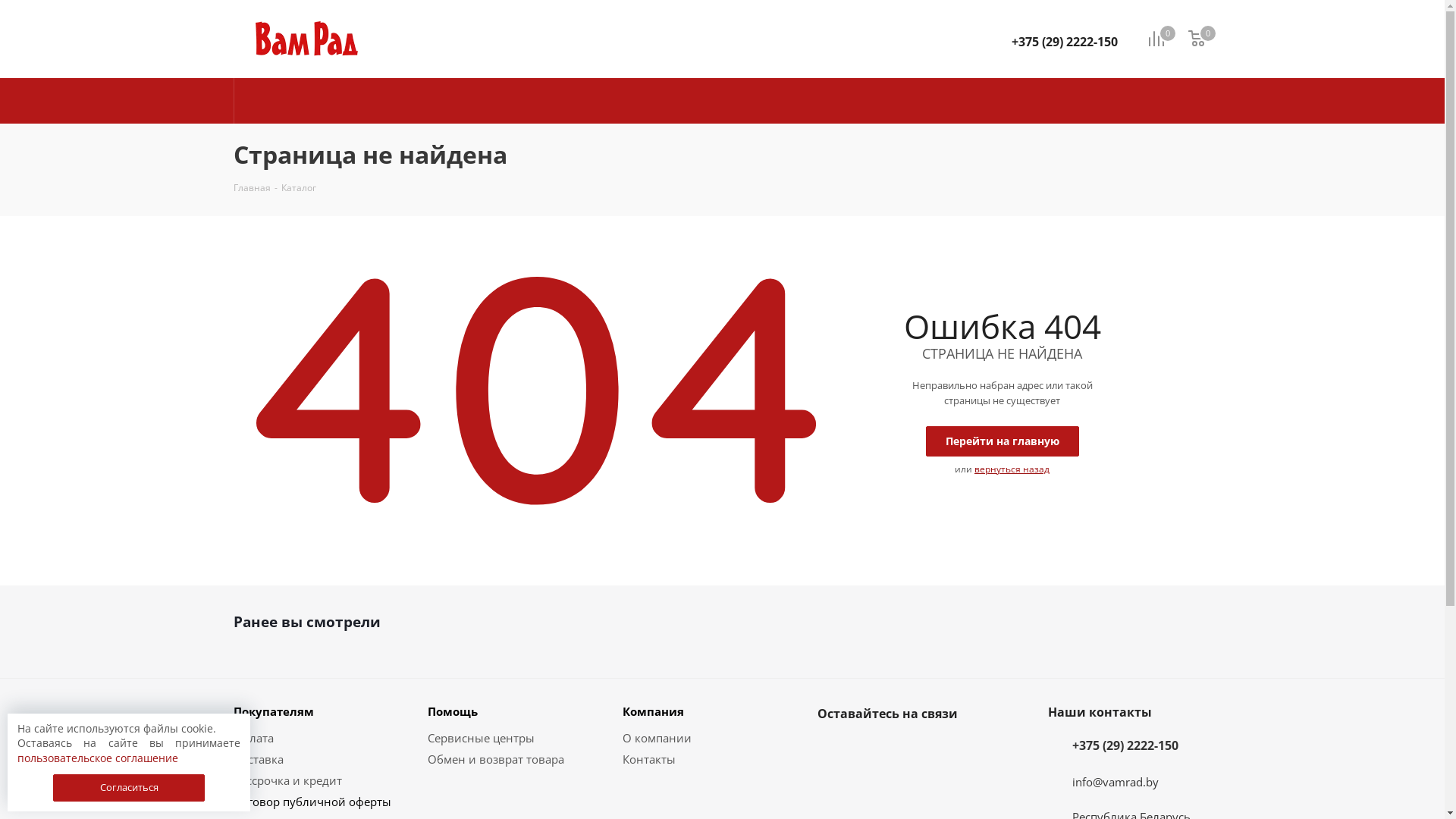 The height and width of the screenshot is (819, 1456). I want to click on 'Instagram', so click(893, 748).